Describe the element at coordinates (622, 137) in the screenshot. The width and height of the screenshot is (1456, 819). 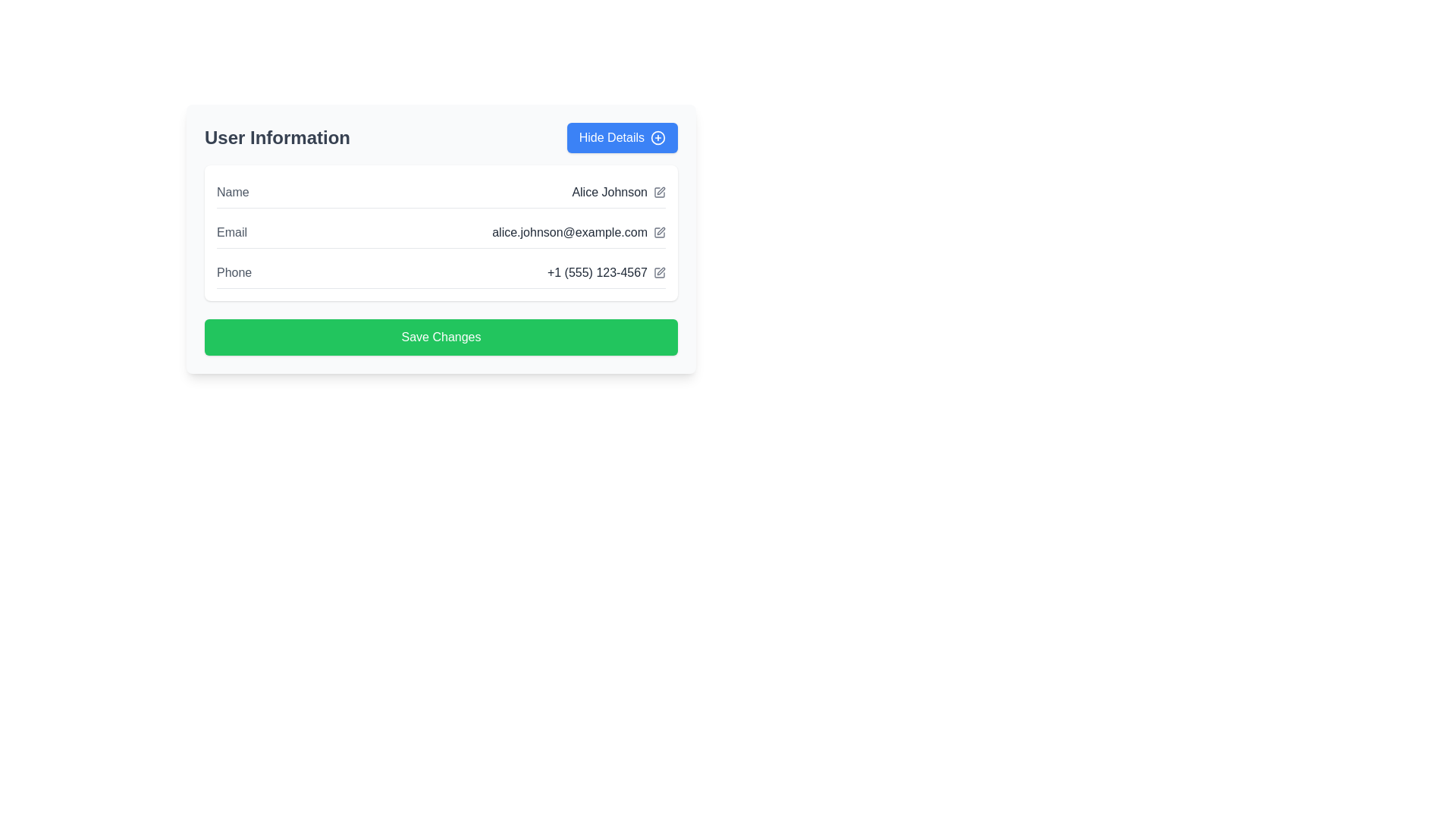
I see `the 'Hide Details' button located in the upper-right corner of the 'User Information' card` at that location.